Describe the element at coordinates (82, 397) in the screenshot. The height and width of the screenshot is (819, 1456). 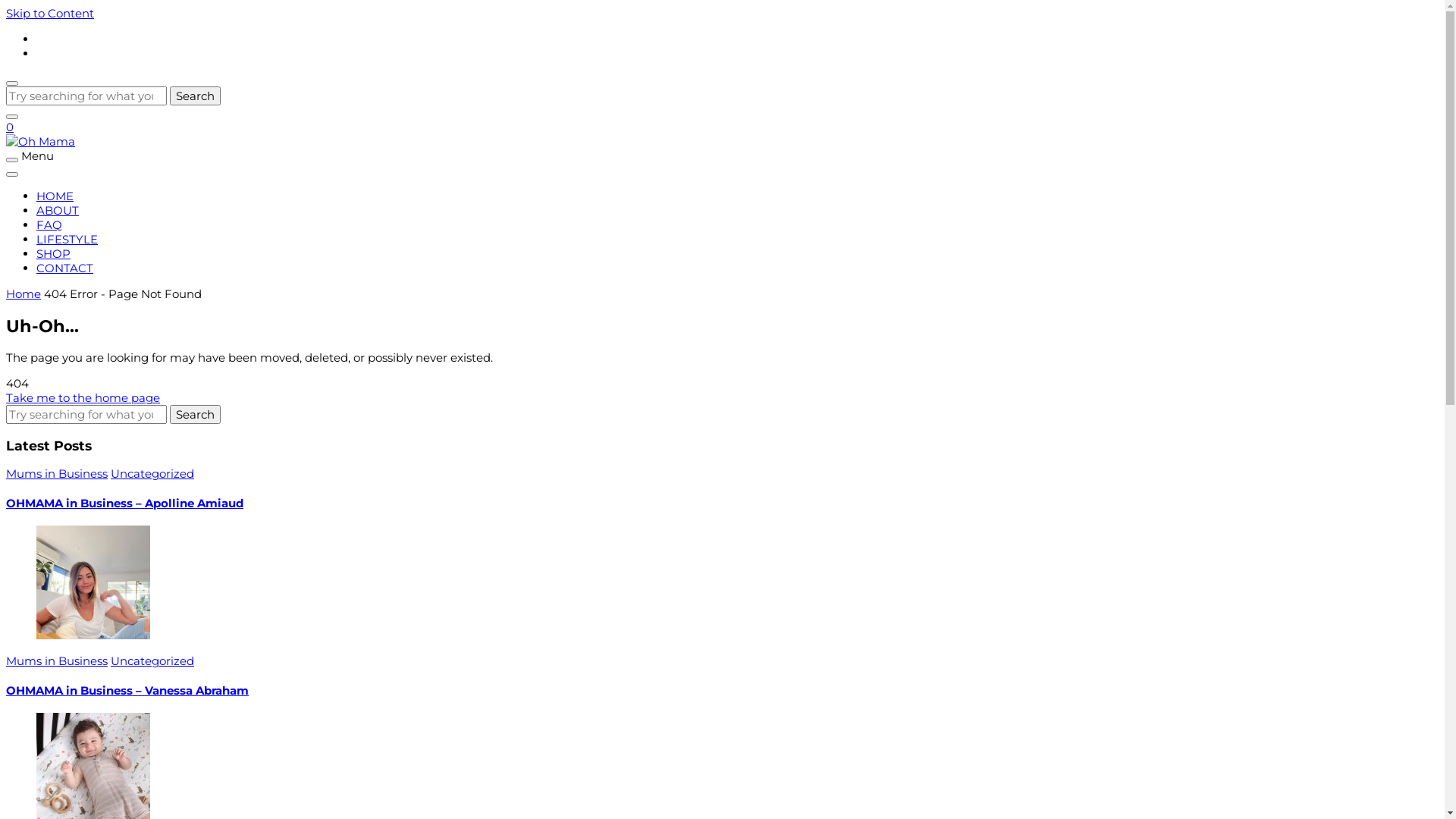
I see `'Take me to the home page'` at that location.